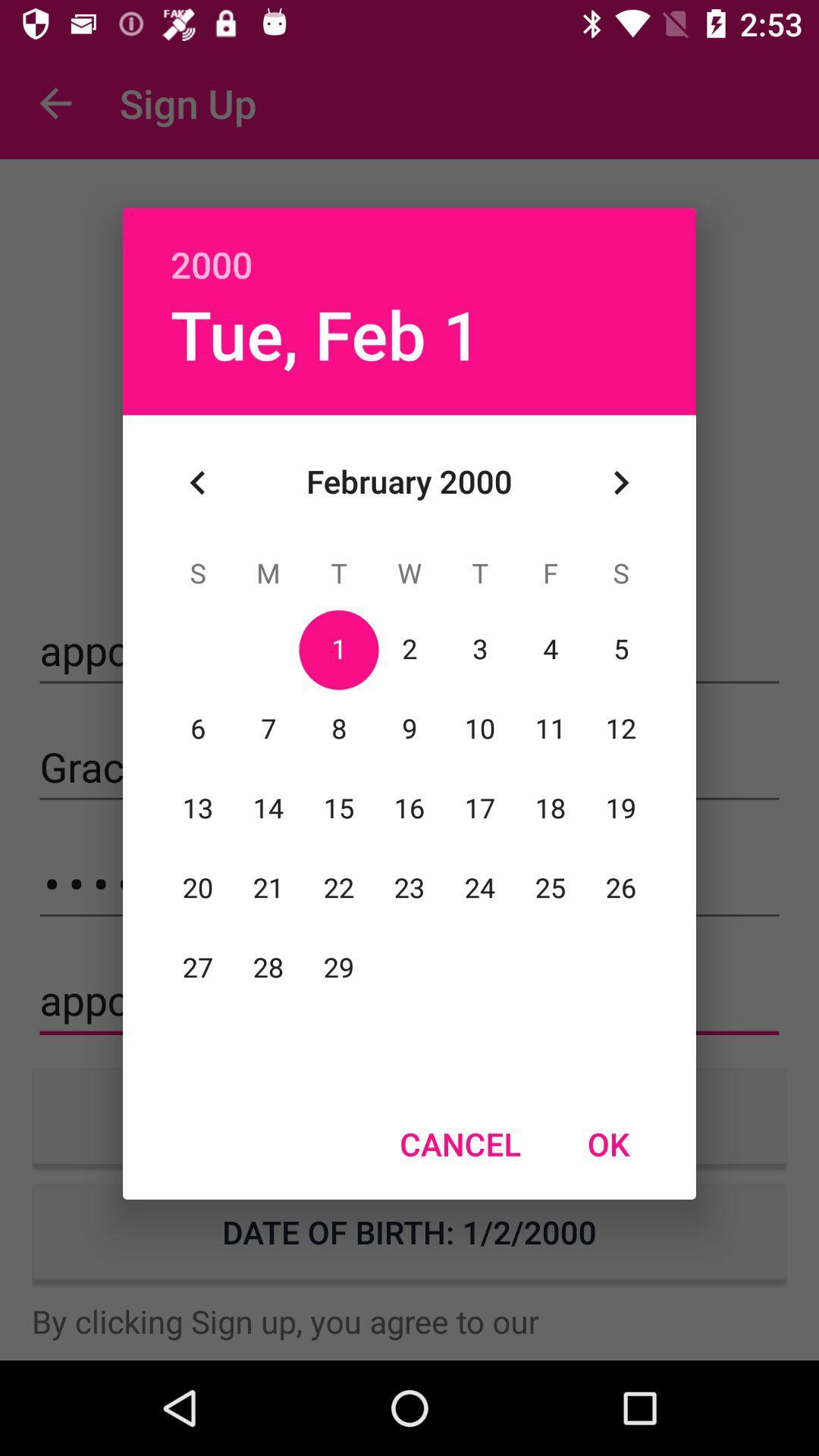  What do you see at coordinates (607, 1144) in the screenshot?
I see `the icon at the bottom right corner` at bounding box center [607, 1144].